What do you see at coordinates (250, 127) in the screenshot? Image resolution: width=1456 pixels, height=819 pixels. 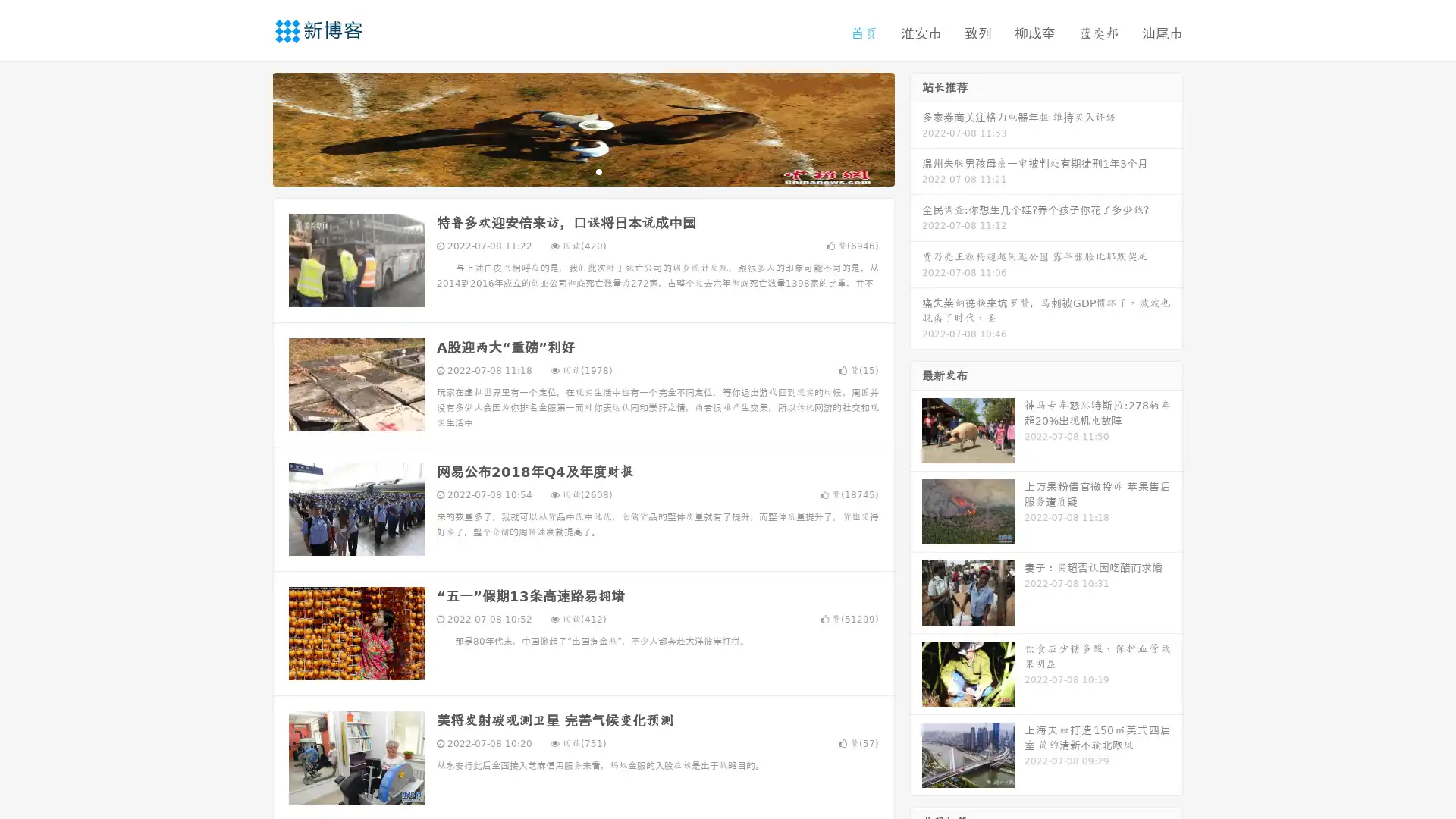 I see `Previous slide` at bounding box center [250, 127].